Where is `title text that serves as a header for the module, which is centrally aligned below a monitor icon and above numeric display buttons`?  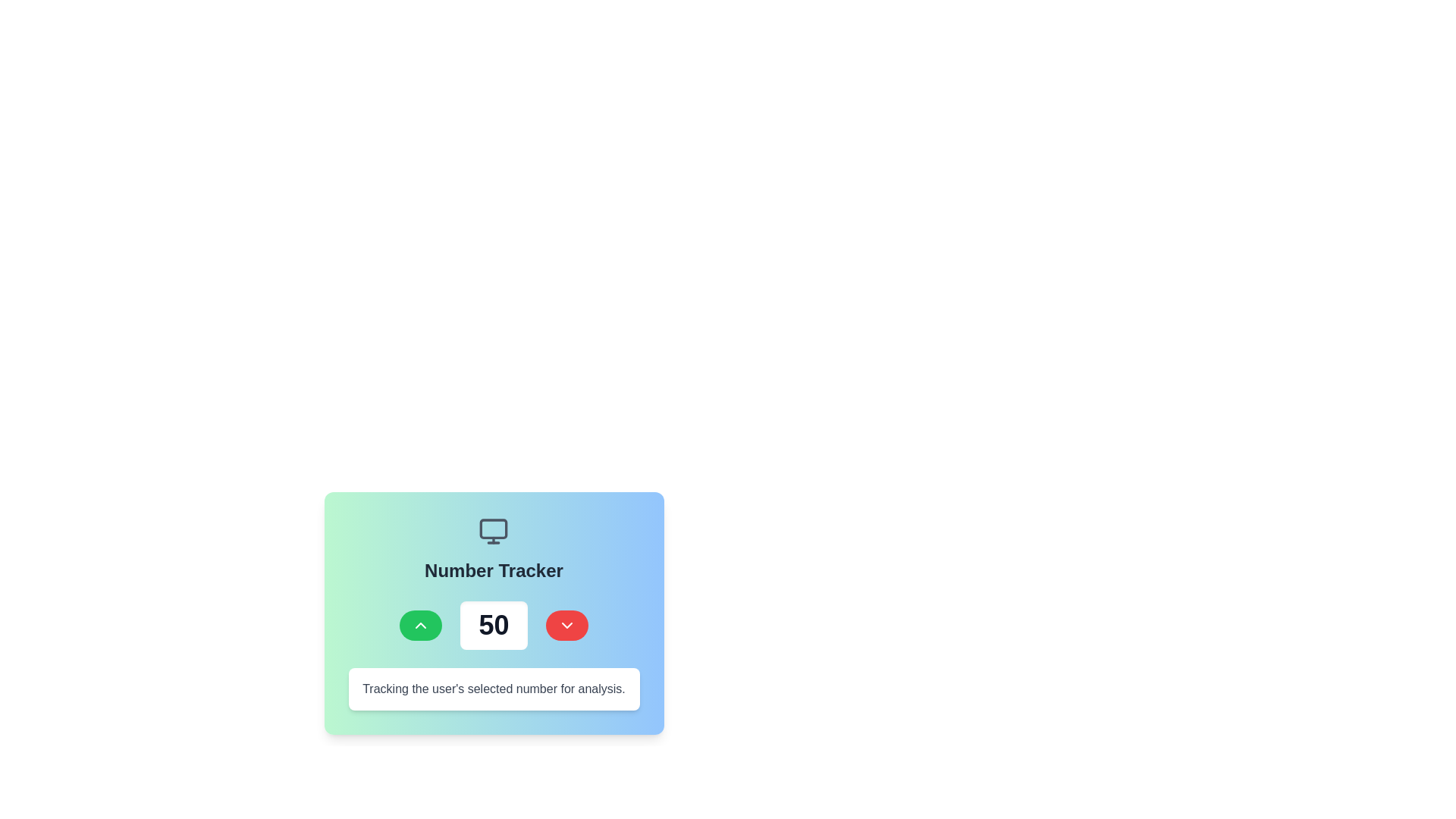
title text that serves as a header for the module, which is centrally aligned below a monitor icon and above numeric display buttons is located at coordinates (494, 570).